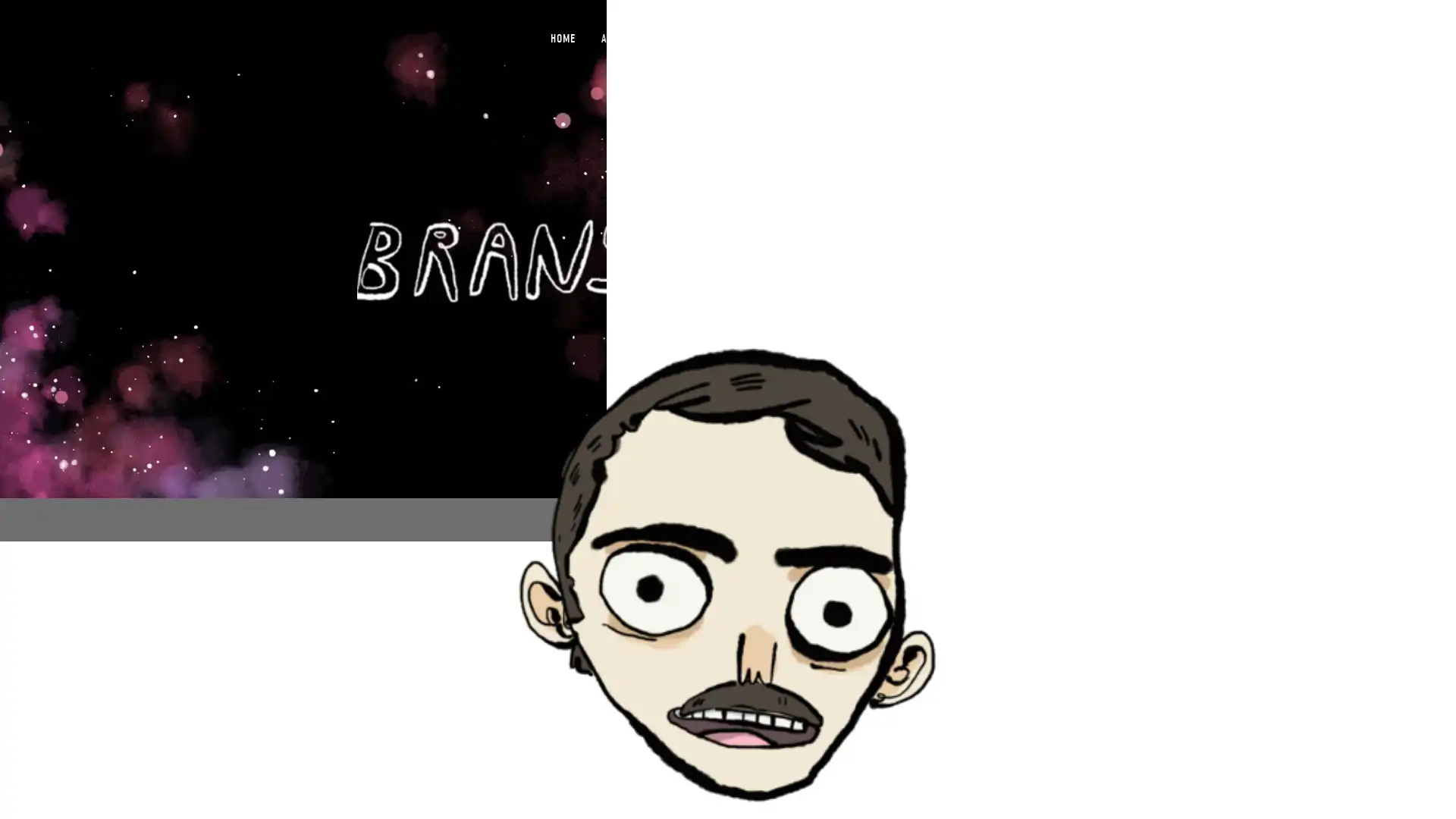 This screenshot has height=819, width=1456. What do you see at coordinates (726, 463) in the screenshot?
I see `View fullsize 0-1.png` at bounding box center [726, 463].